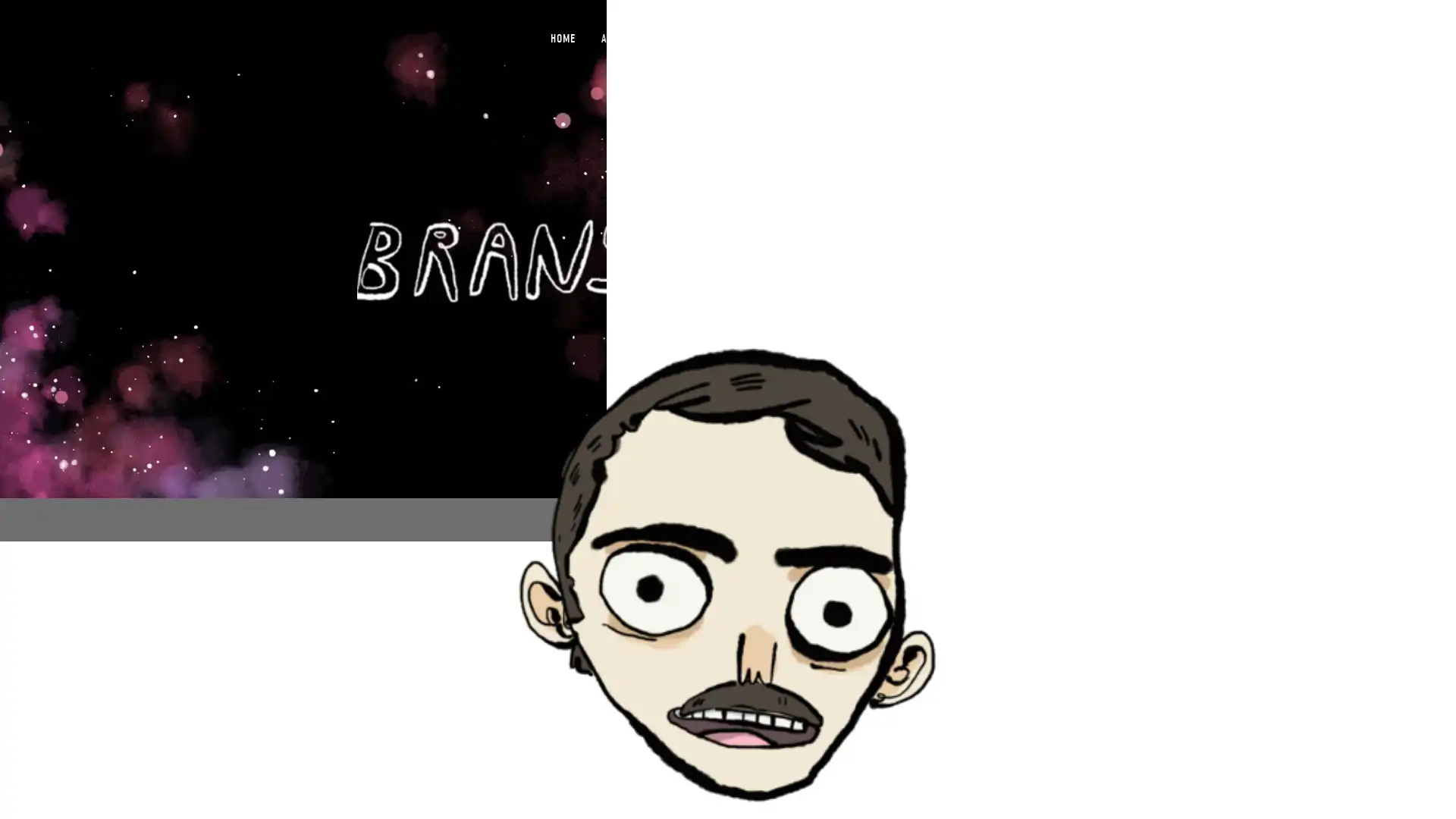 This screenshot has height=819, width=1456. What do you see at coordinates (726, 463) in the screenshot?
I see `View fullsize 0-1.png` at bounding box center [726, 463].